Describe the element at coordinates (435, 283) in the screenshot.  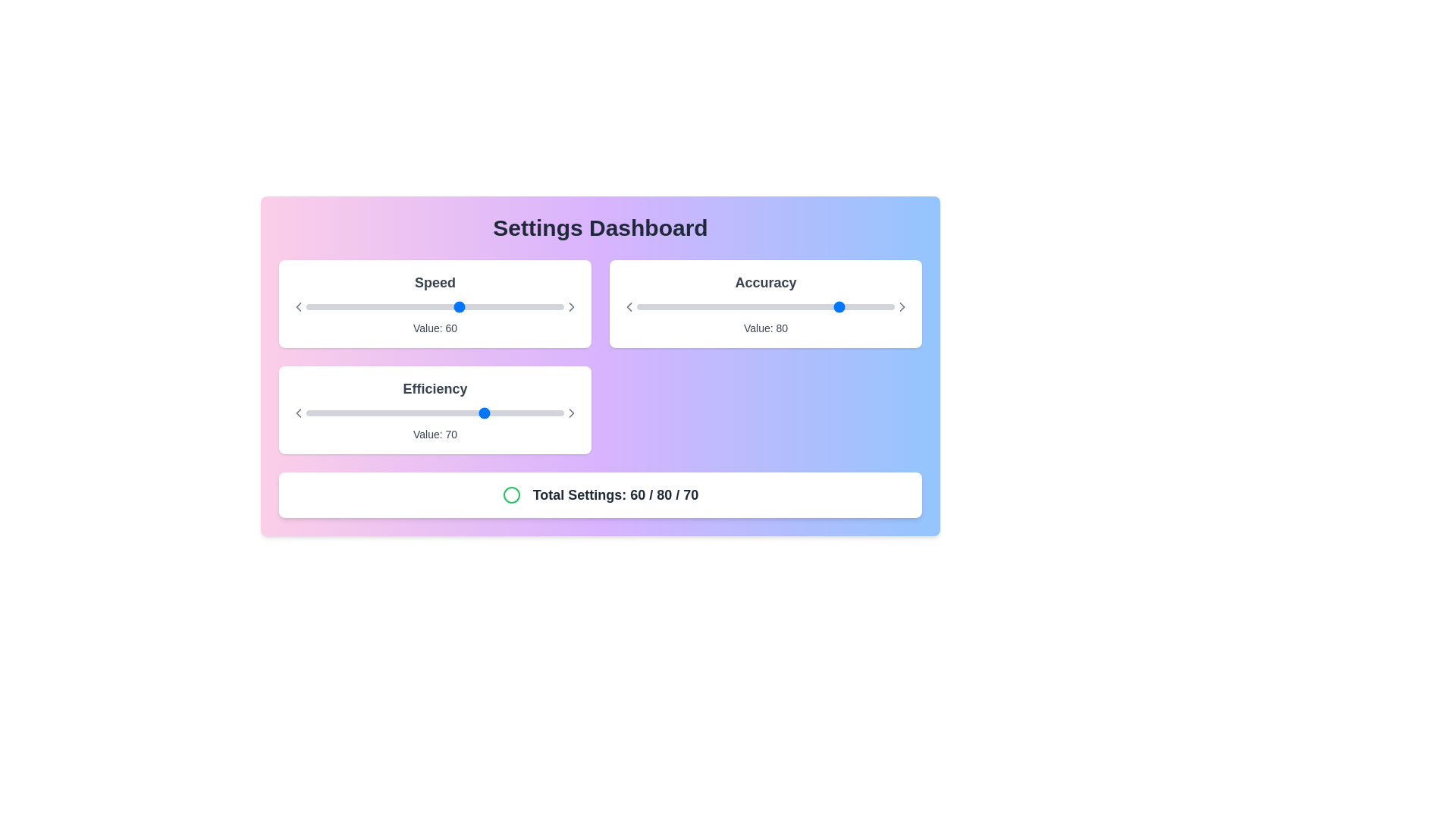
I see `the label that describes the functionality of the adjacent slider for 'Speed', which is positioned above the slider control displaying the current value of 60` at that location.